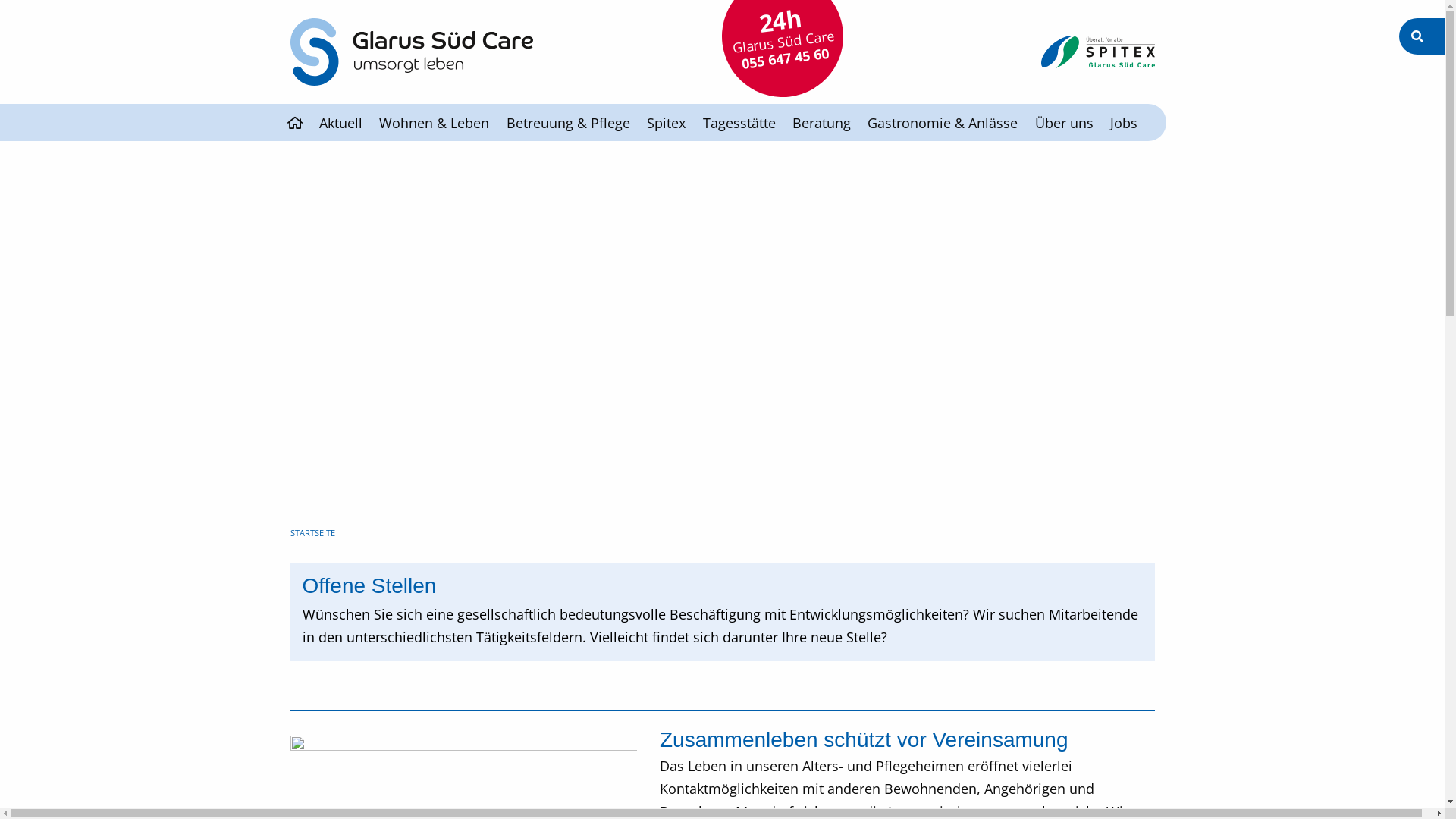  I want to click on 'STARTSEITE', so click(311, 532).